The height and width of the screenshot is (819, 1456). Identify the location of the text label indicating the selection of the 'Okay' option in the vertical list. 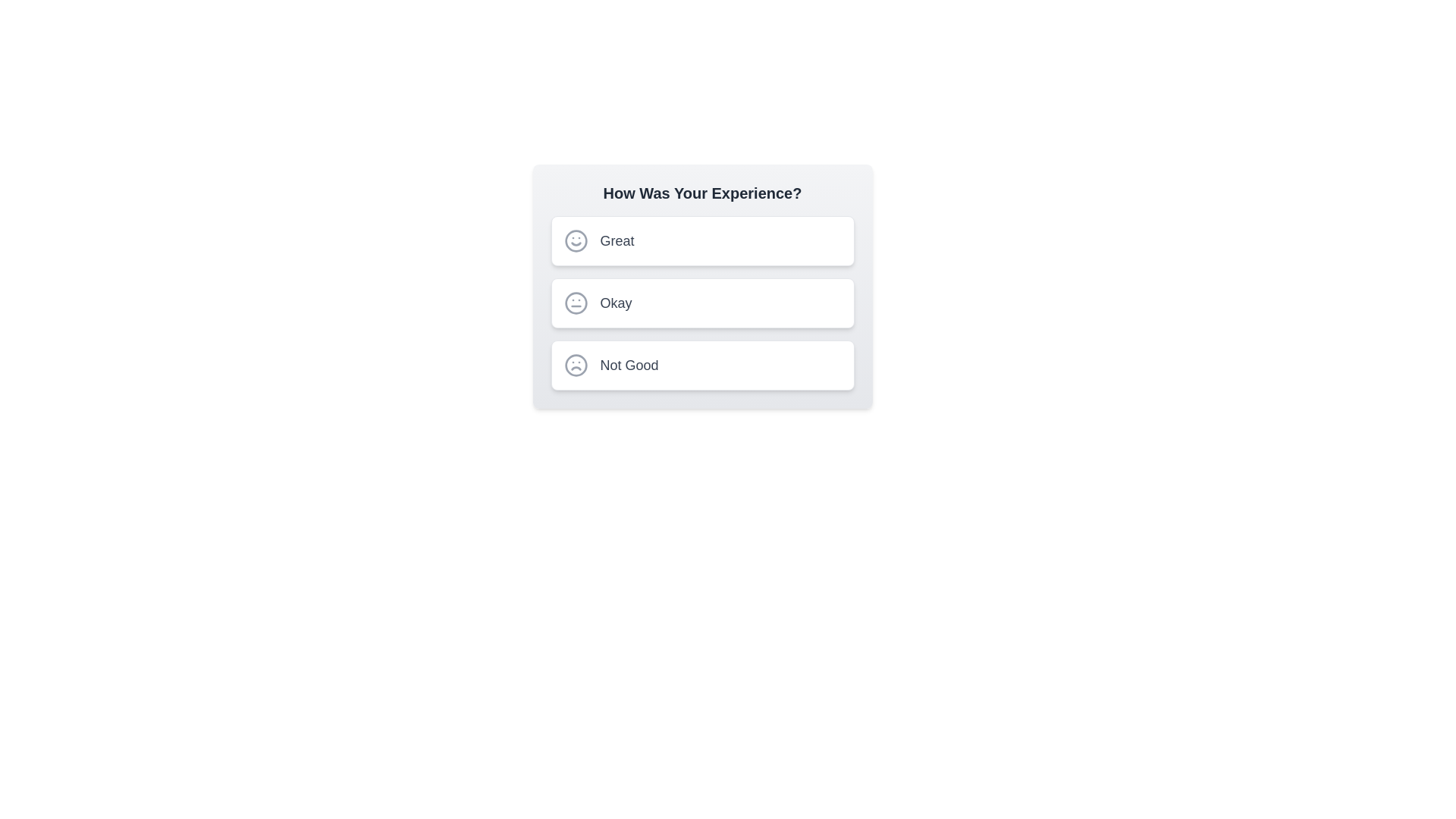
(616, 303).